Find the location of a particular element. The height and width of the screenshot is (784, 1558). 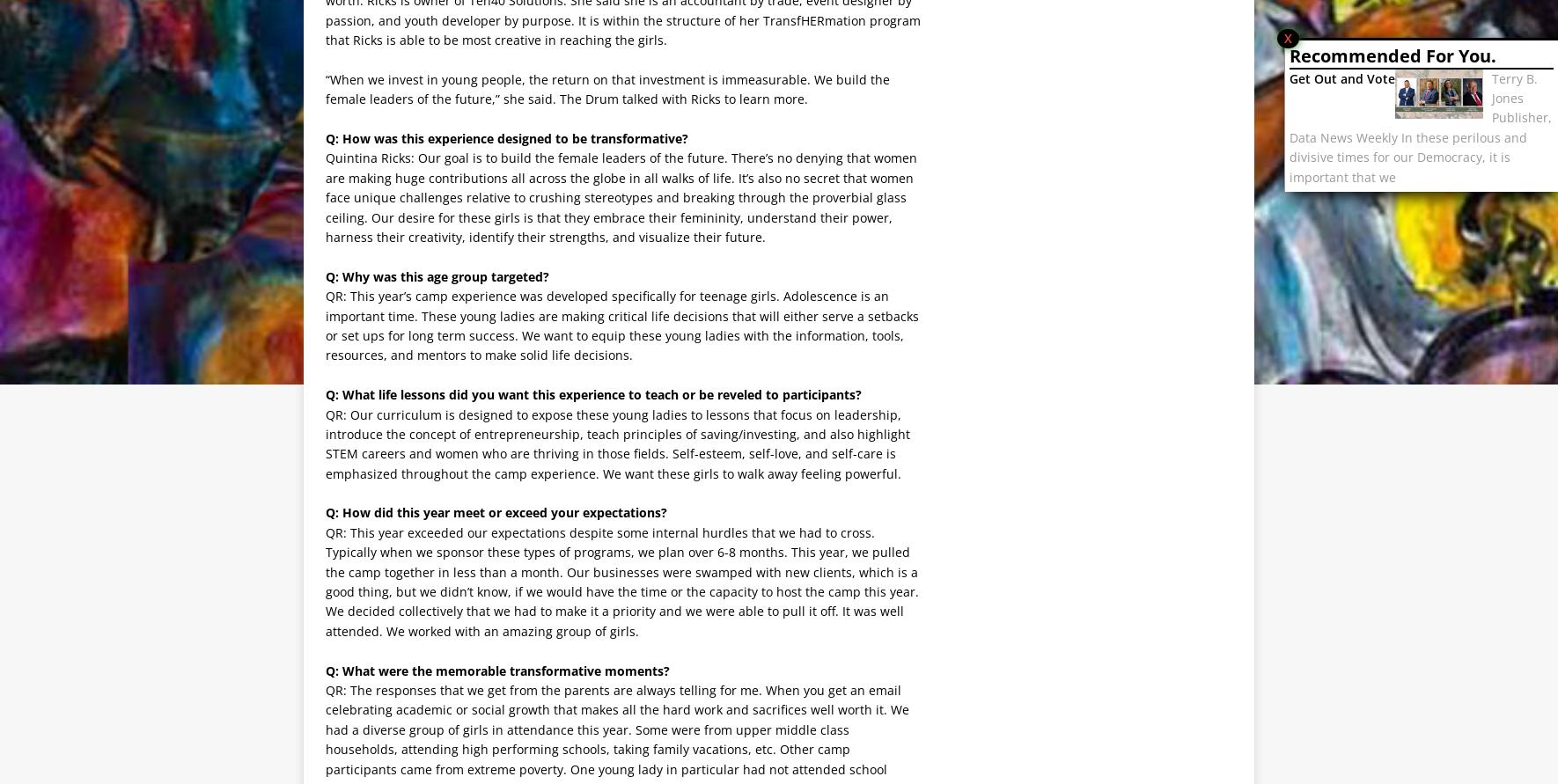

'Q: What were the memorable transformative moments?' is located at coordinates (497, 670).